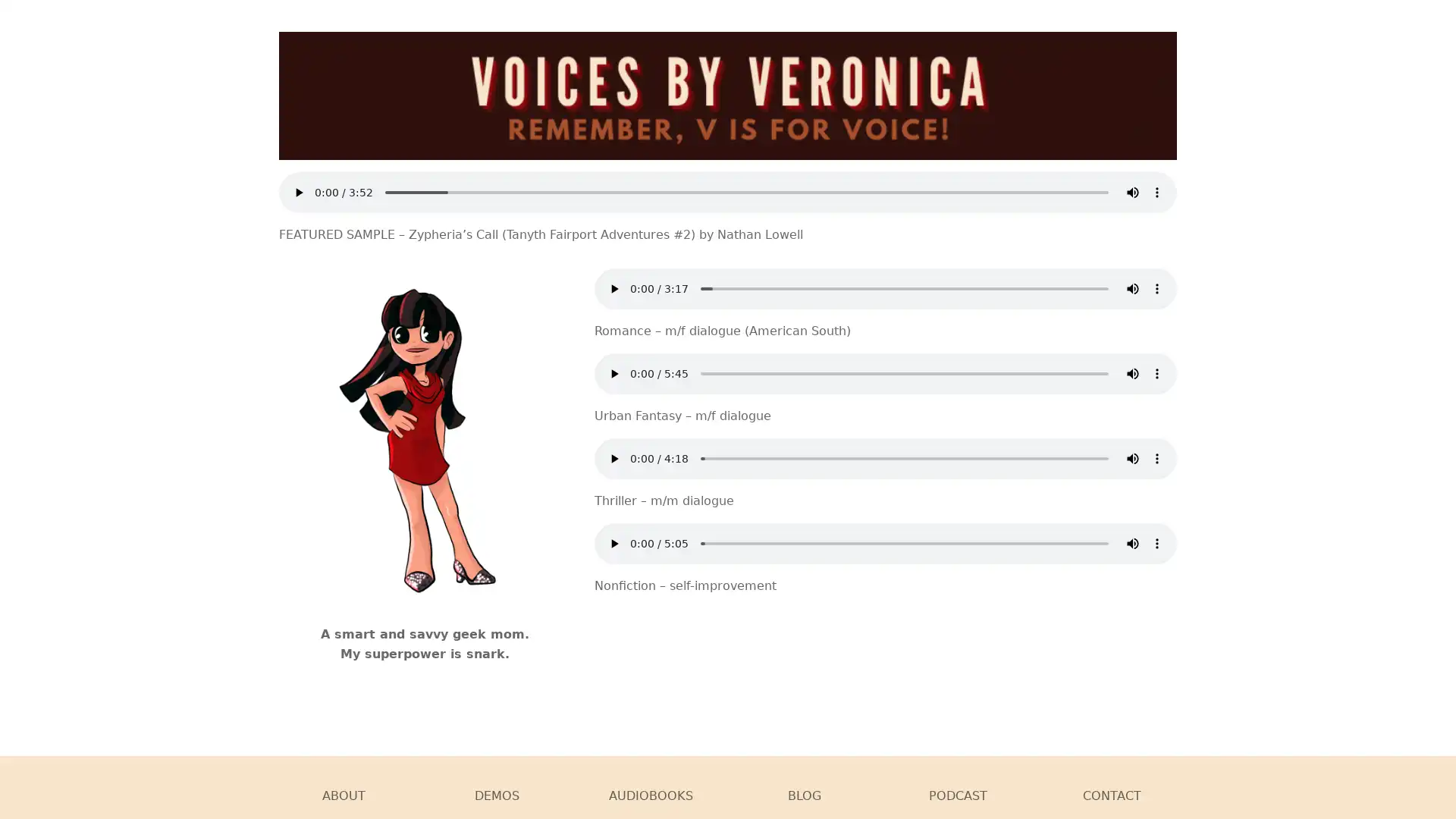 The width and height of the screenshot is (1456, 819). Describe the element at coordinates (614, 289) in the screenshot. I see `play` at that location.